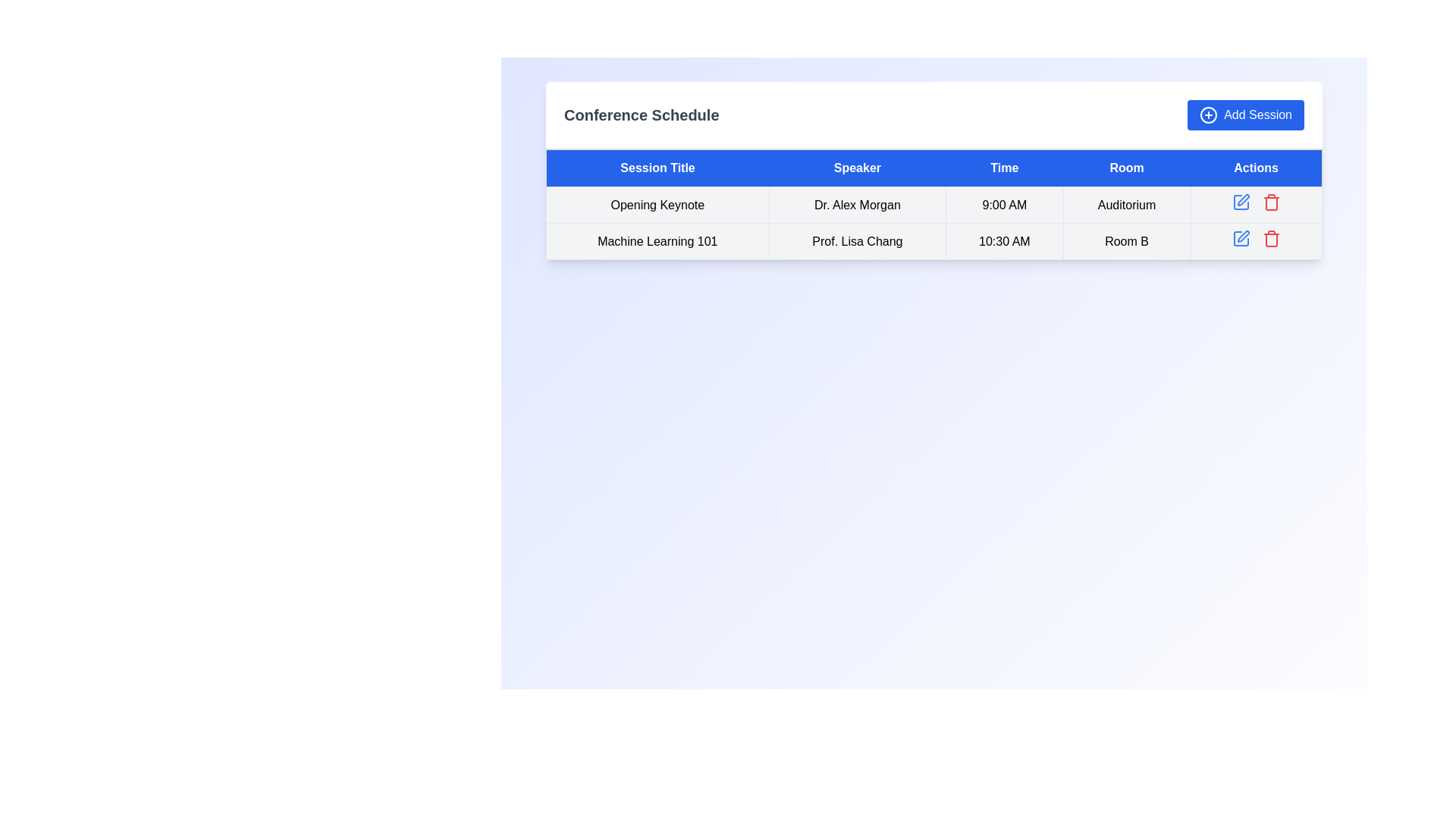  What do you see at coordinates (1243, 199) in the screenshot?
I see `the SVG icon in the 'Actions' column of the second row of the table` at bounding box center [1243, 199].